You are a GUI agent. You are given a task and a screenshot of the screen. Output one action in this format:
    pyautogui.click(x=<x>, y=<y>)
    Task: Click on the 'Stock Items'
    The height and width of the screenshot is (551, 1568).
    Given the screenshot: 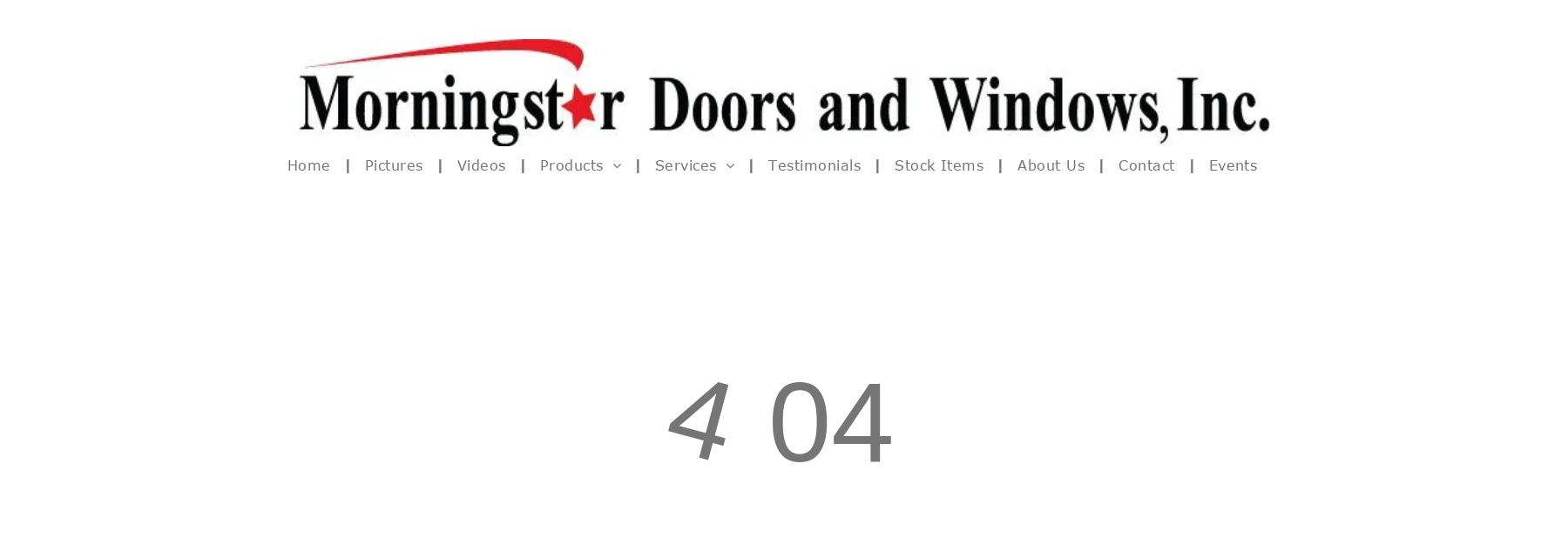 What is the action you would take?
    pyautogui.click(x=939, y=165)
    